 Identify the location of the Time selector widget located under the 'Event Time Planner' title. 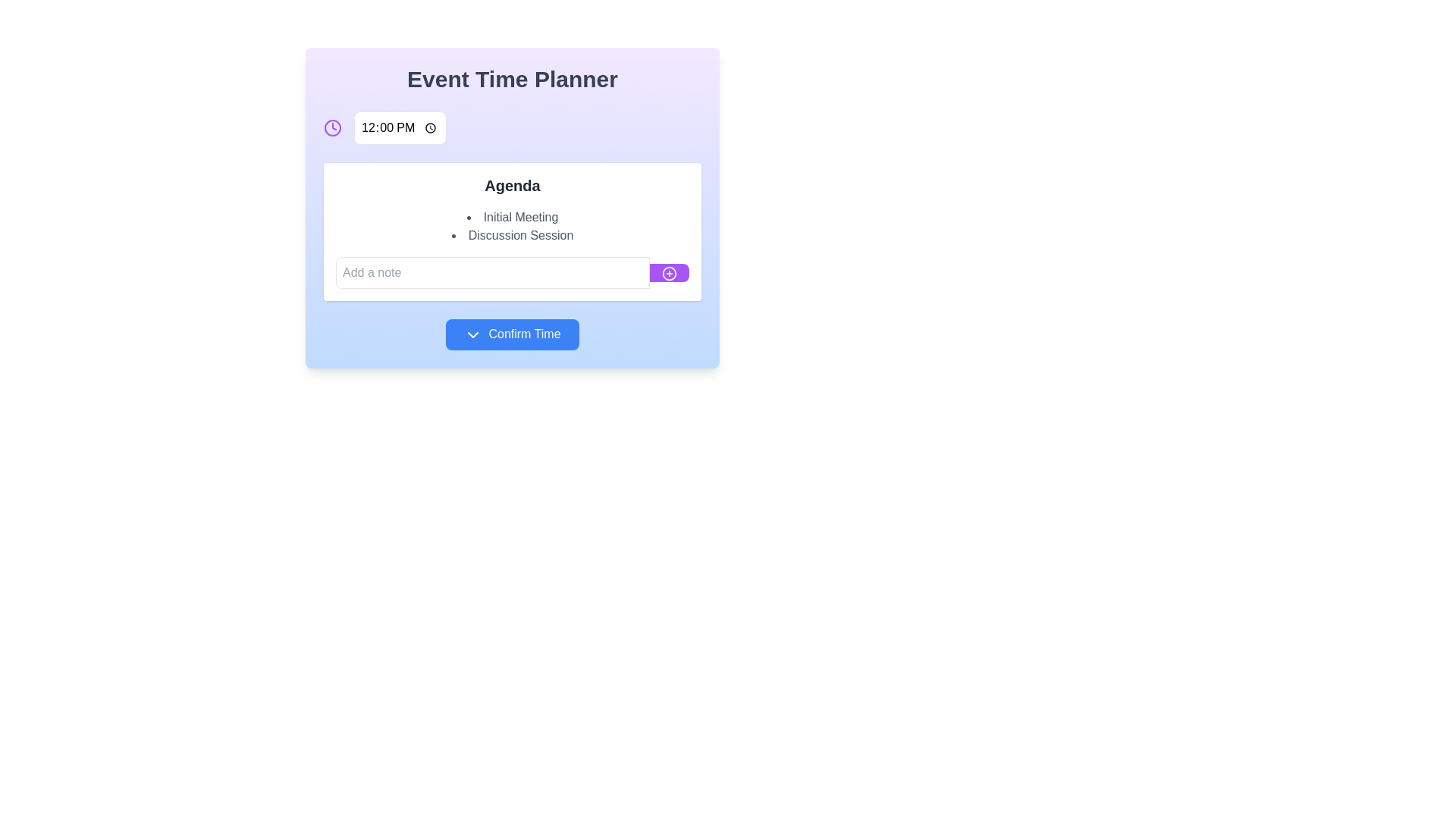
(513, 127).